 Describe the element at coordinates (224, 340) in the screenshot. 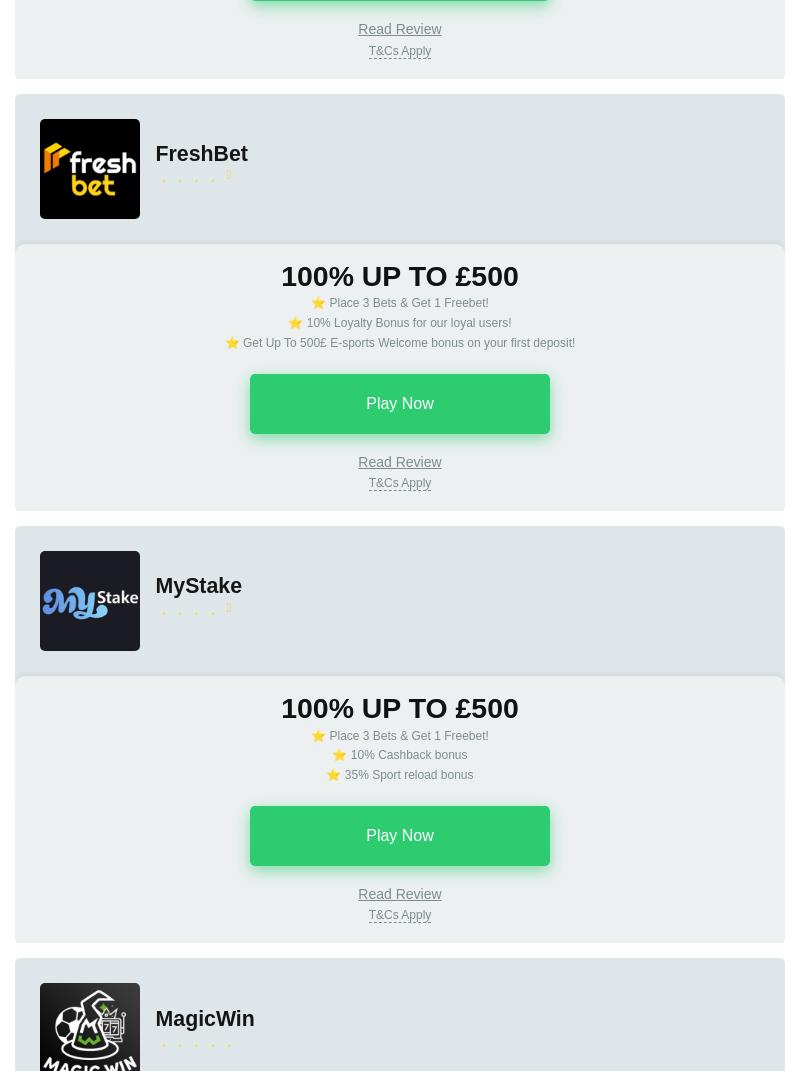

I see `'⭐ Get Up To 500£ E-sports Welcome bonus on your first deposit!'` at that location.